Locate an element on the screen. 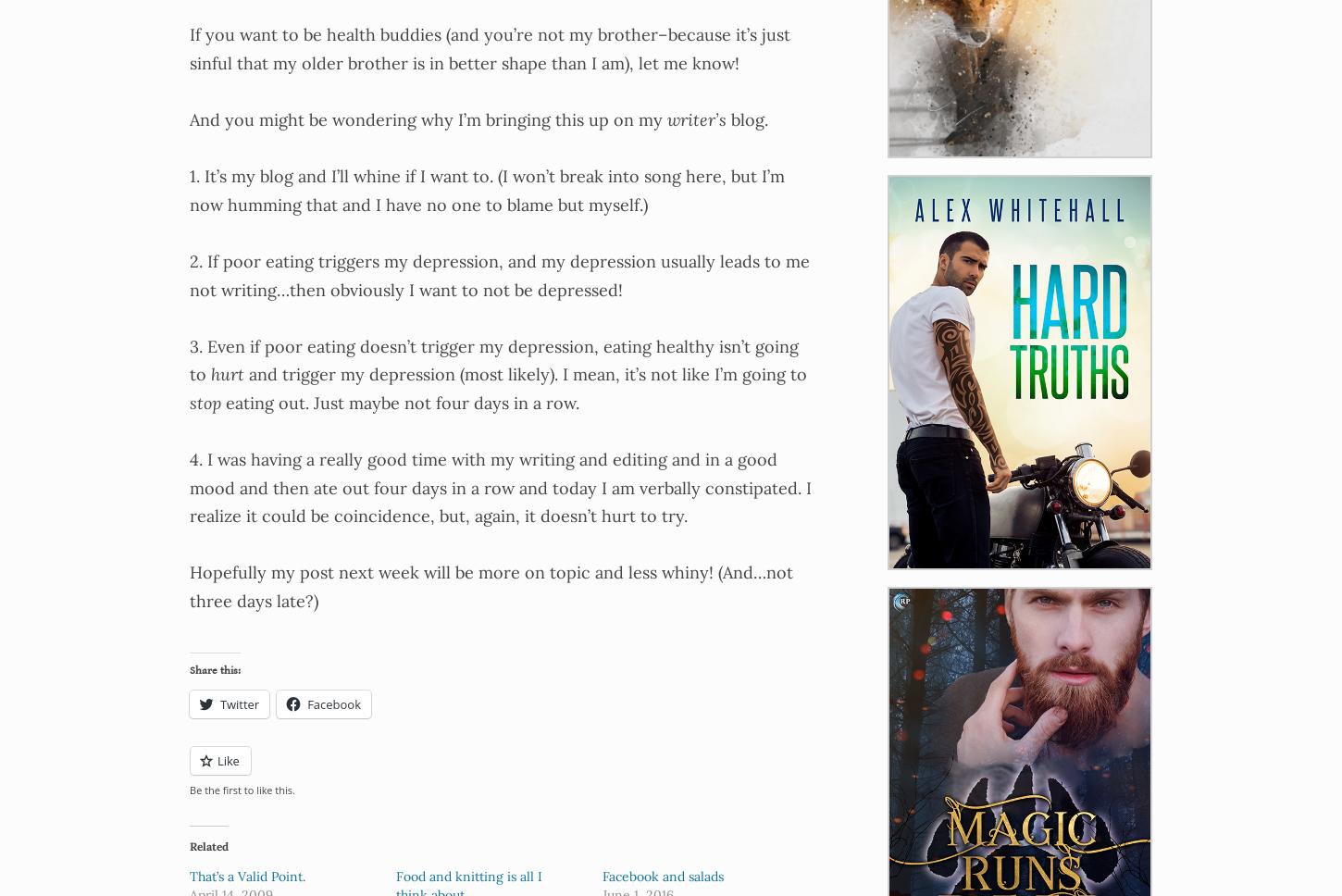  'hurt' is located at coordinates (228, 374).